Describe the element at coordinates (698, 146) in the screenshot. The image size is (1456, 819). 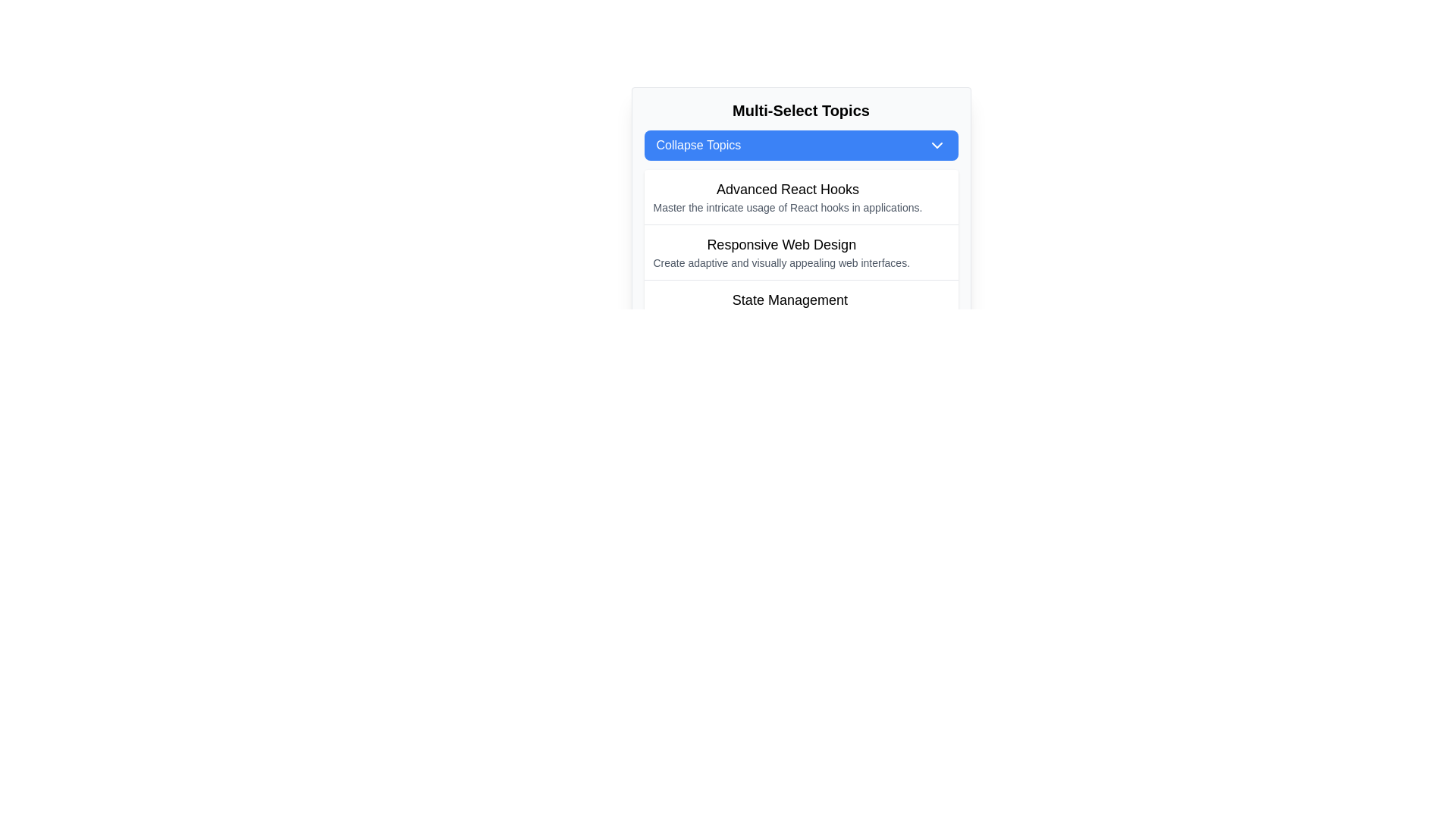
I see `text displayed in the 'Collapse Topics' button, which is styled with rounded edges and has a blue background` at that location.